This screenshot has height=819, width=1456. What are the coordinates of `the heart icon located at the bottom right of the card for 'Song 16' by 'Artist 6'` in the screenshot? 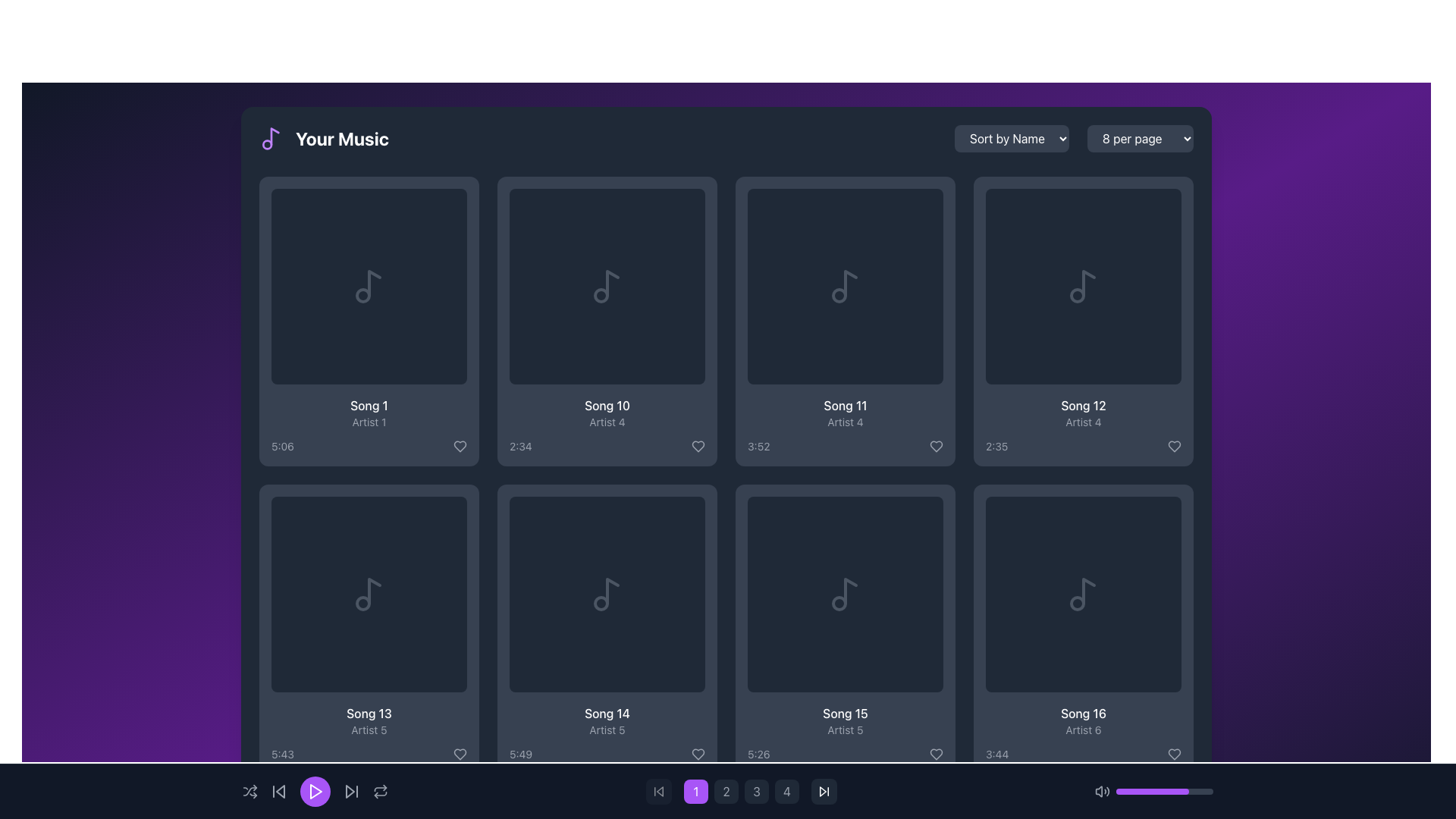 It's located at (1174, 755).